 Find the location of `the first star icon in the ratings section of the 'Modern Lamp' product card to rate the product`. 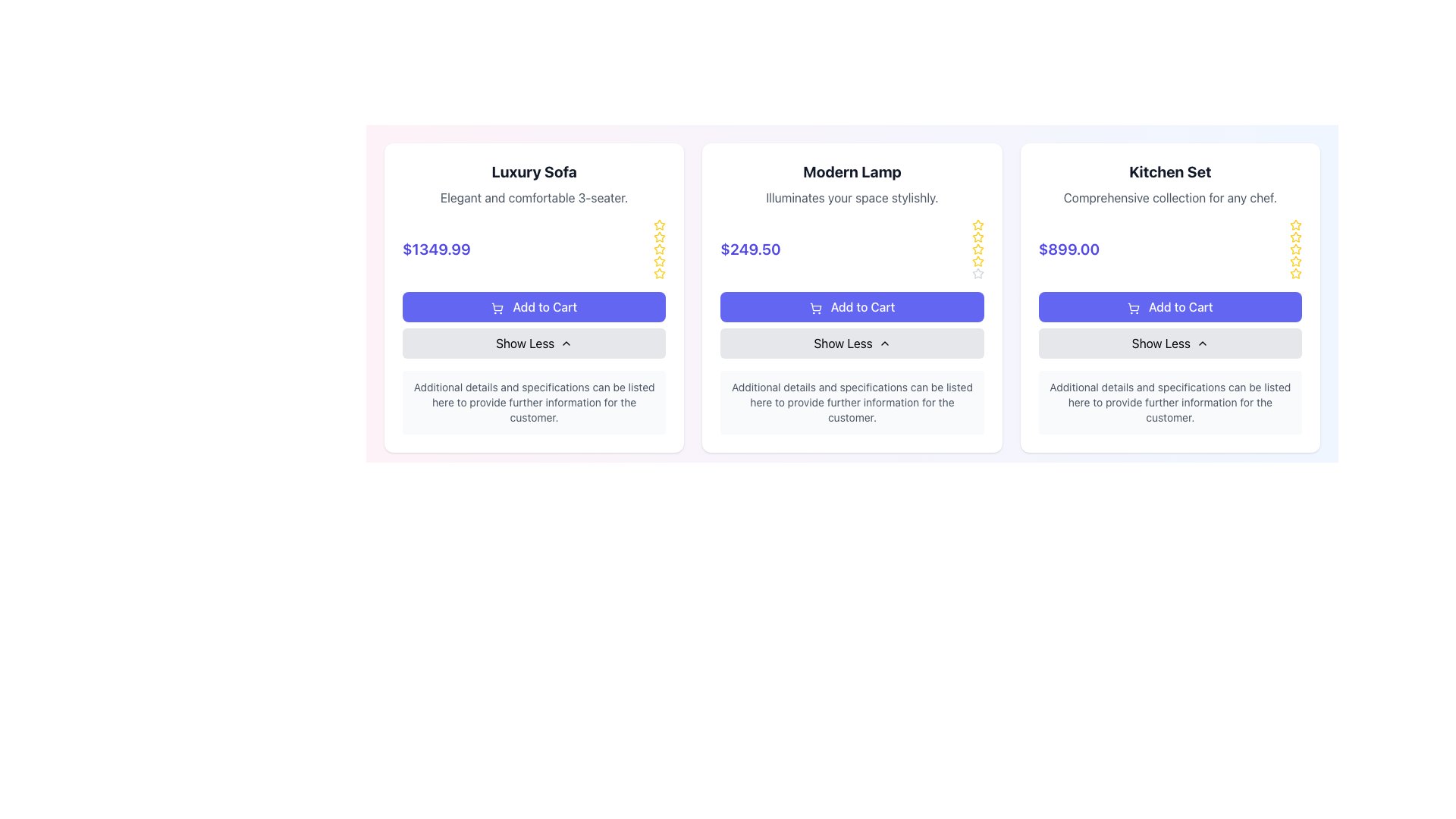

the first star icon in the ratings section of the 'Modern Lamp' product card to rate the product is located at coordinates (977, 225).